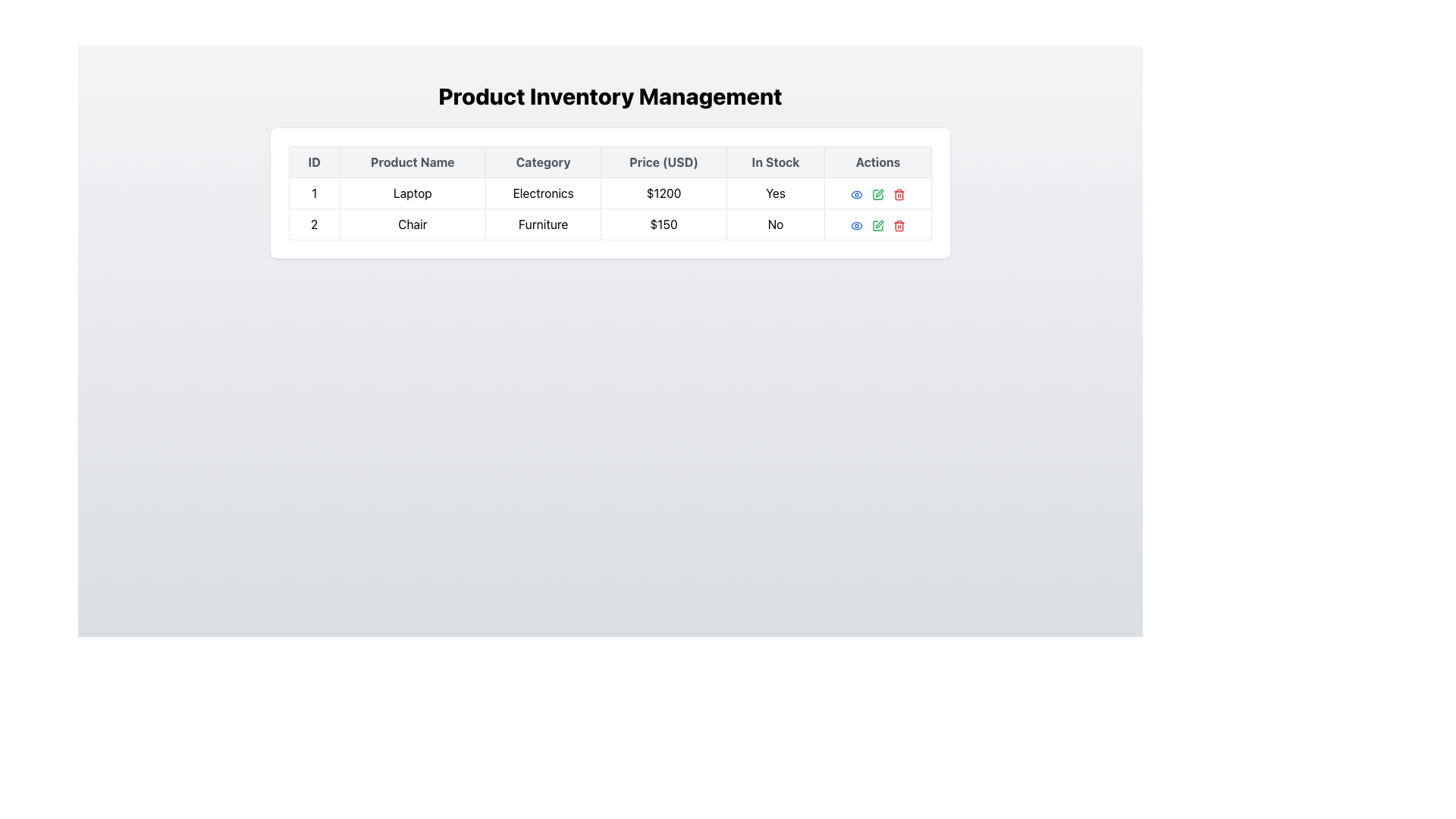  Describe the element at coordinates (413, 162) in the screenshot. I see `the 'Product Name' table column header` at that location.